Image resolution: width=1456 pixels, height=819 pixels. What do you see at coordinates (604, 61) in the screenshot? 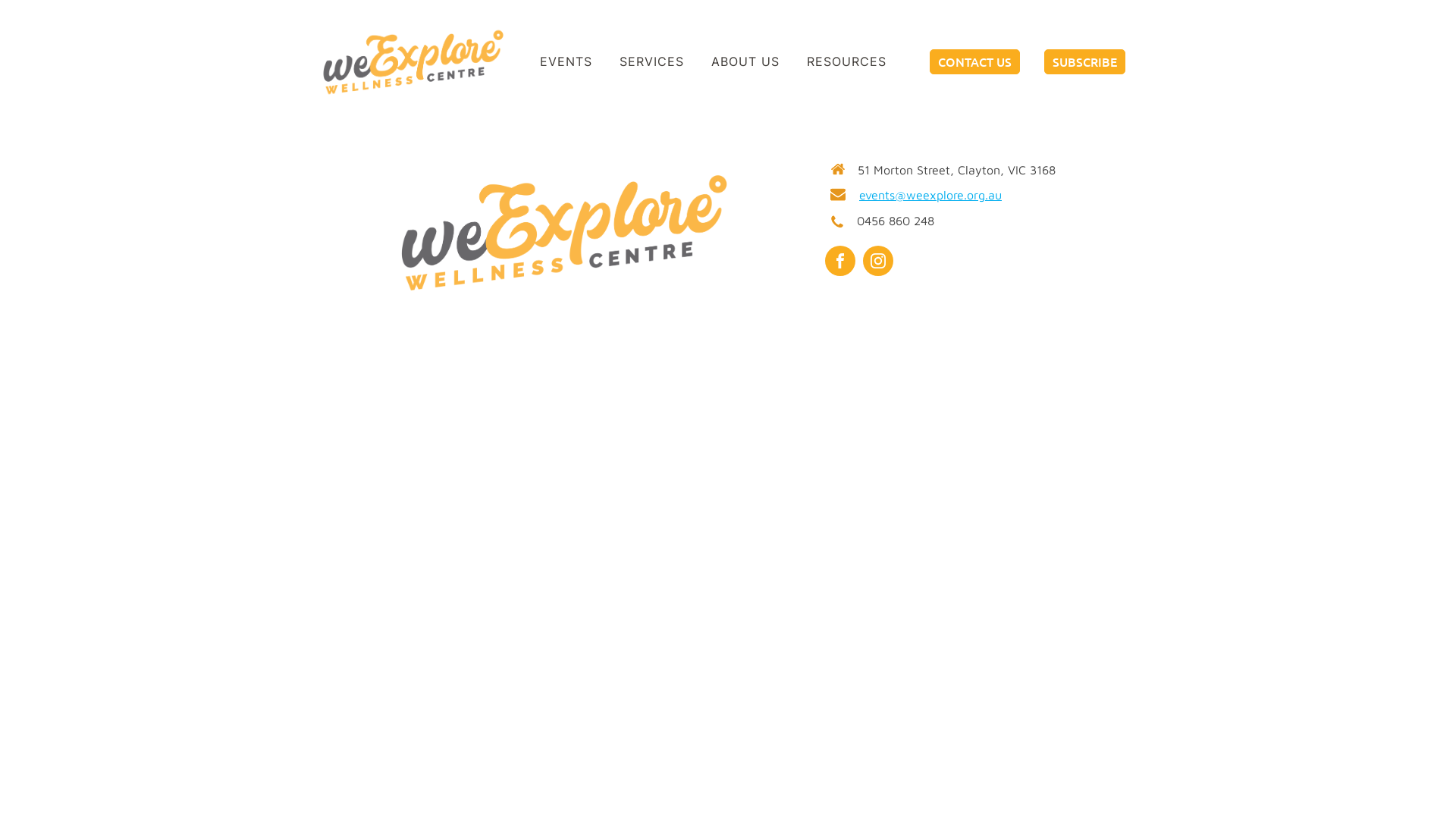
I see `'SERVICES'` at bounding box center [604, 61].